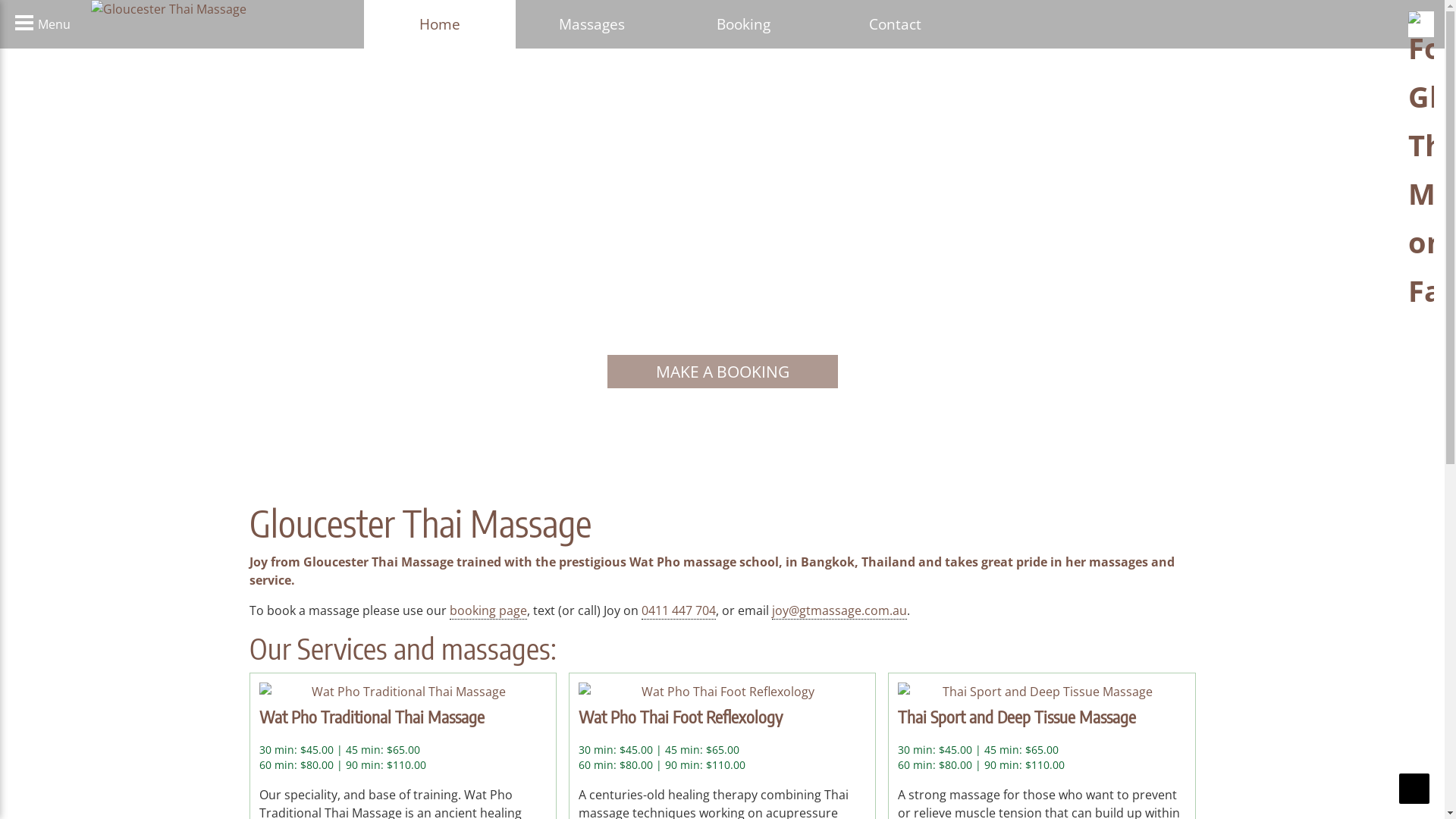 This screenshot has width=1456, height=819. I want to click on 'Thai Sport and Deep Tissue Massage', so click(1016, 717).